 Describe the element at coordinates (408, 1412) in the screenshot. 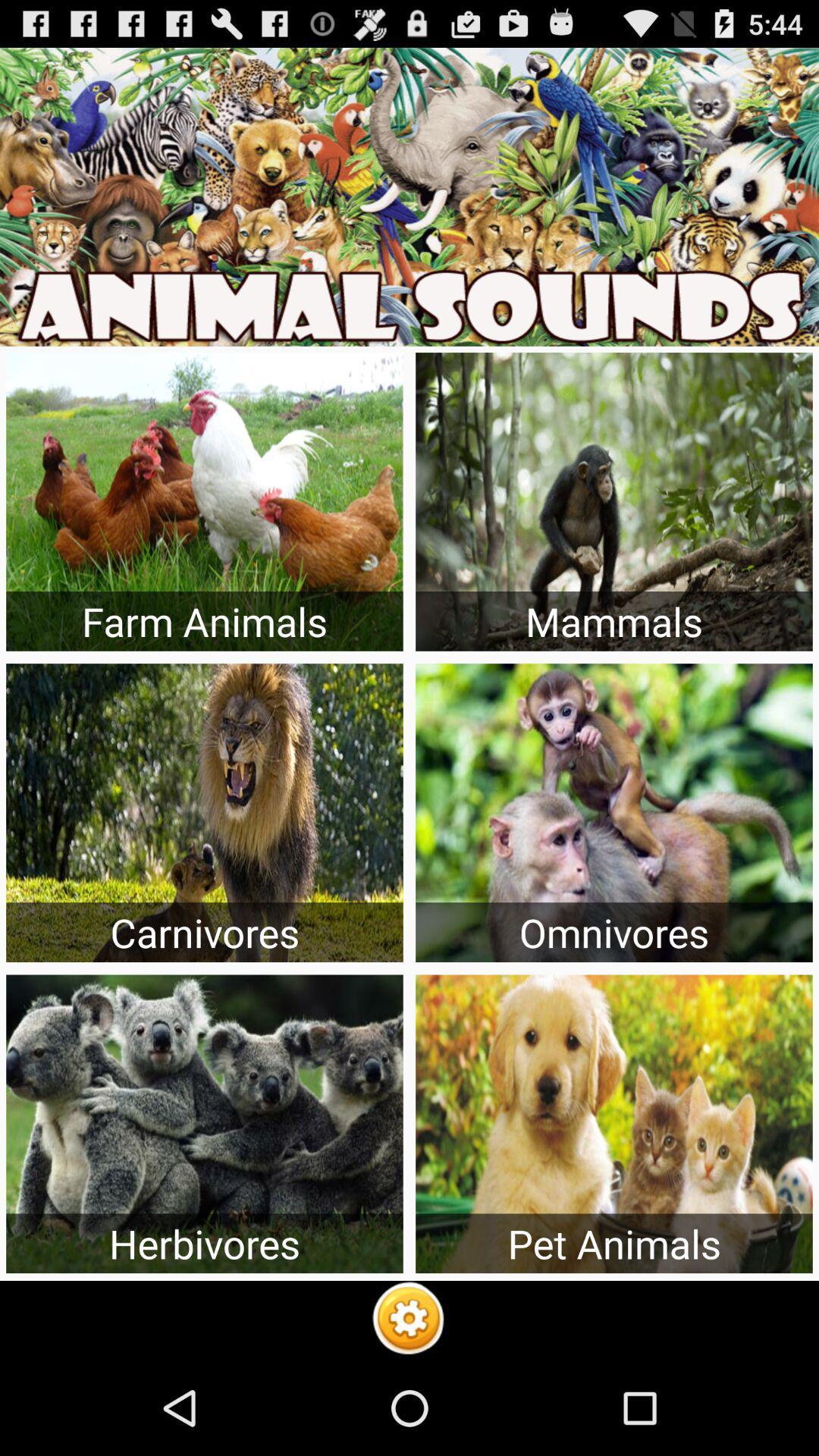

I see `the settings icon` at that location.